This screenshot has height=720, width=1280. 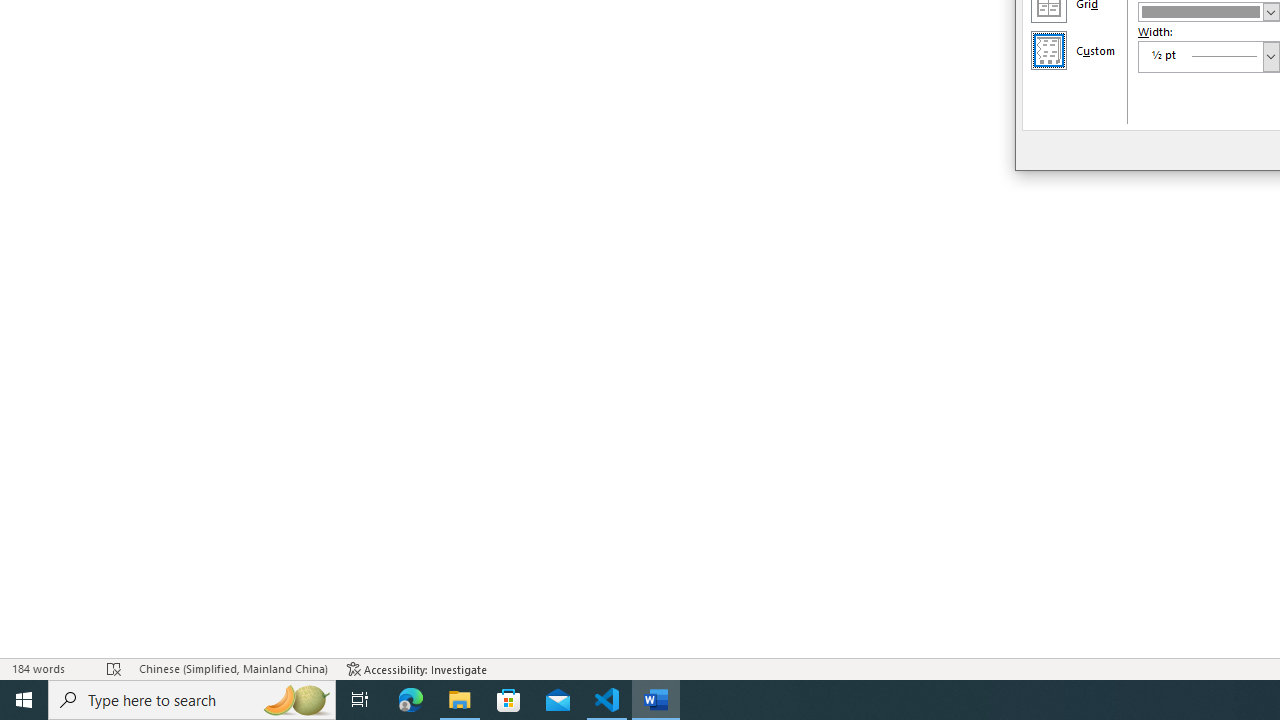 I want to click on 'Task View', so click(x=359, y=698).